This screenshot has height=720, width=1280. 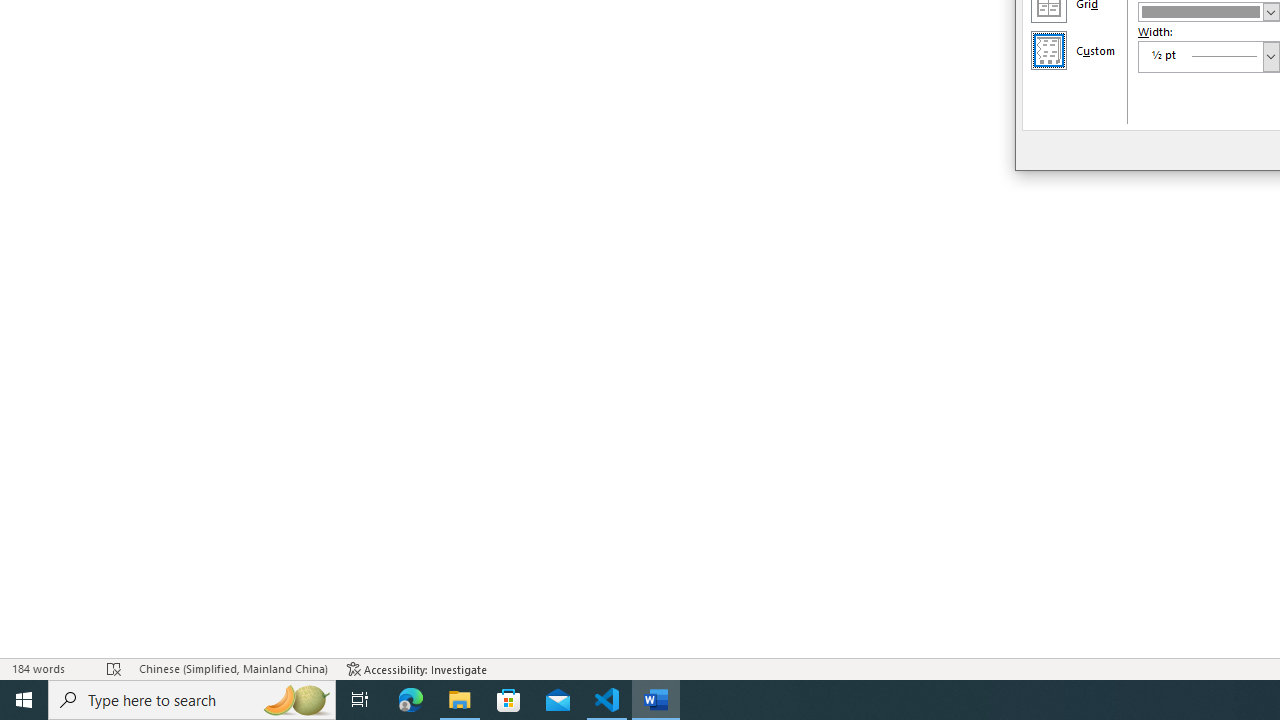 I want to click on 'Task View', so click(x=359, y=698).